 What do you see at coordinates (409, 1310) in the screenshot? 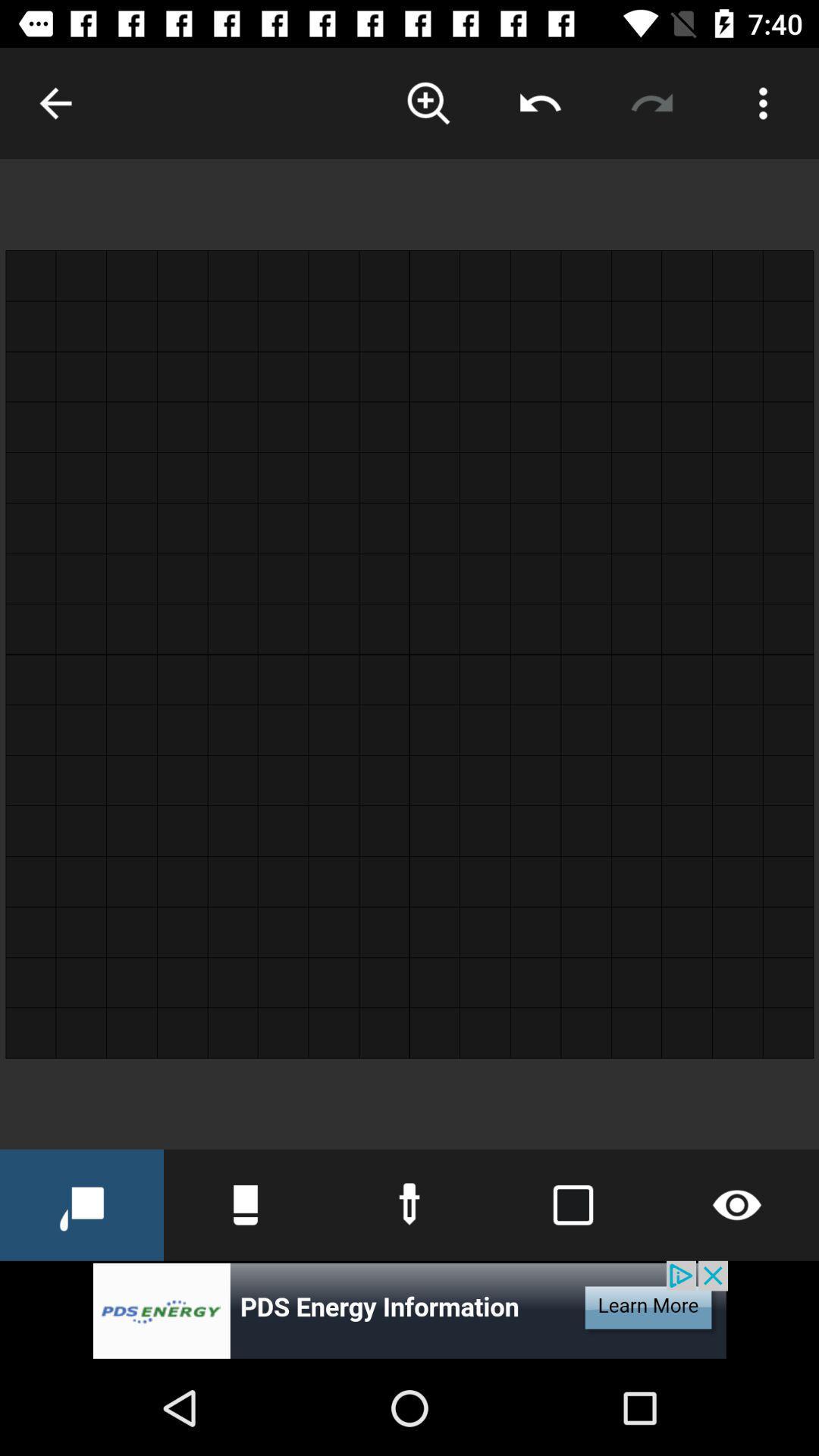
I see `banner` at bounding box center [409, 1310].